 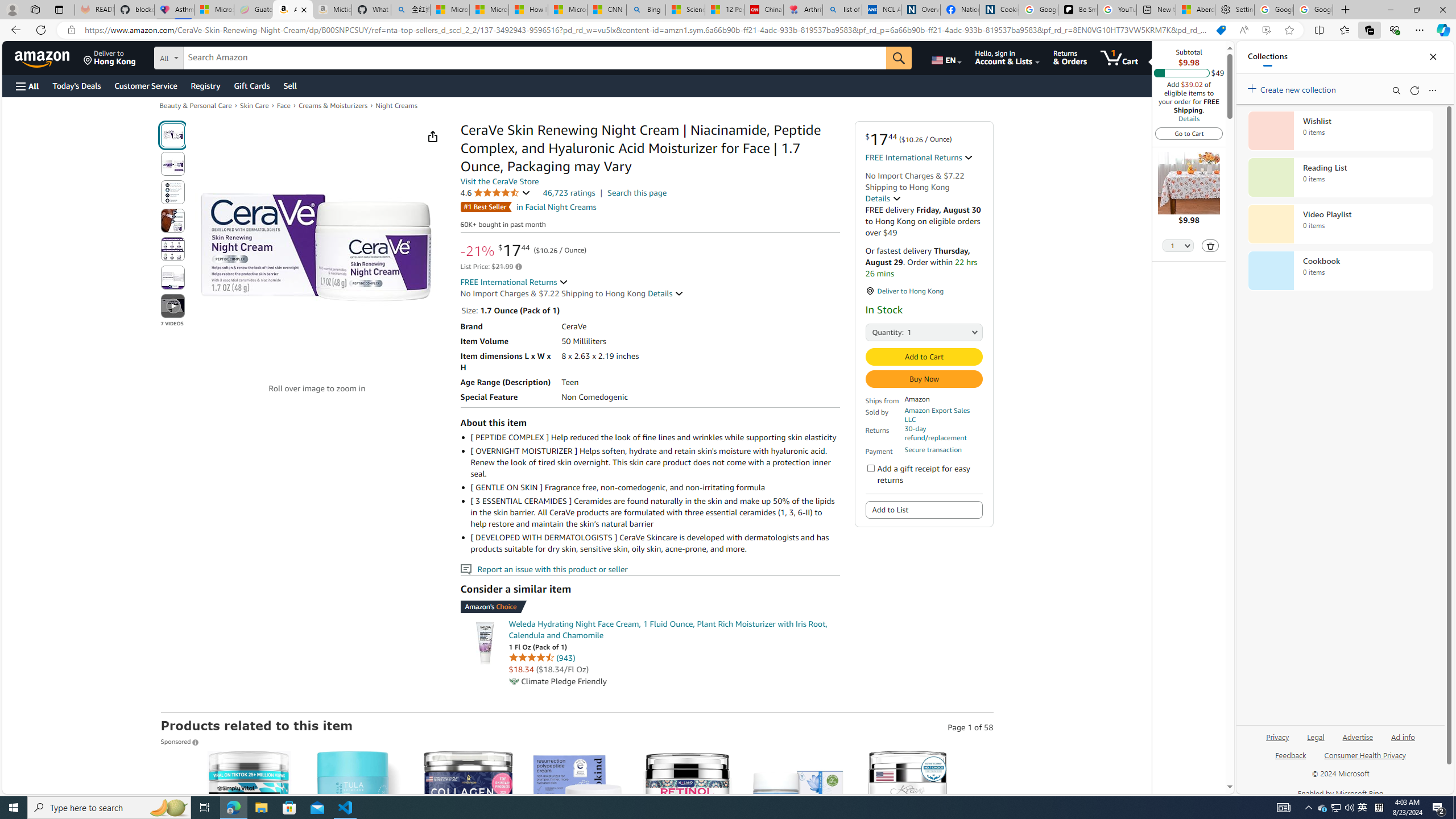 What do you see at coordinates (924, 510) in the screenshot?
I see `'Add to List'` at bounding box center [924, 510].